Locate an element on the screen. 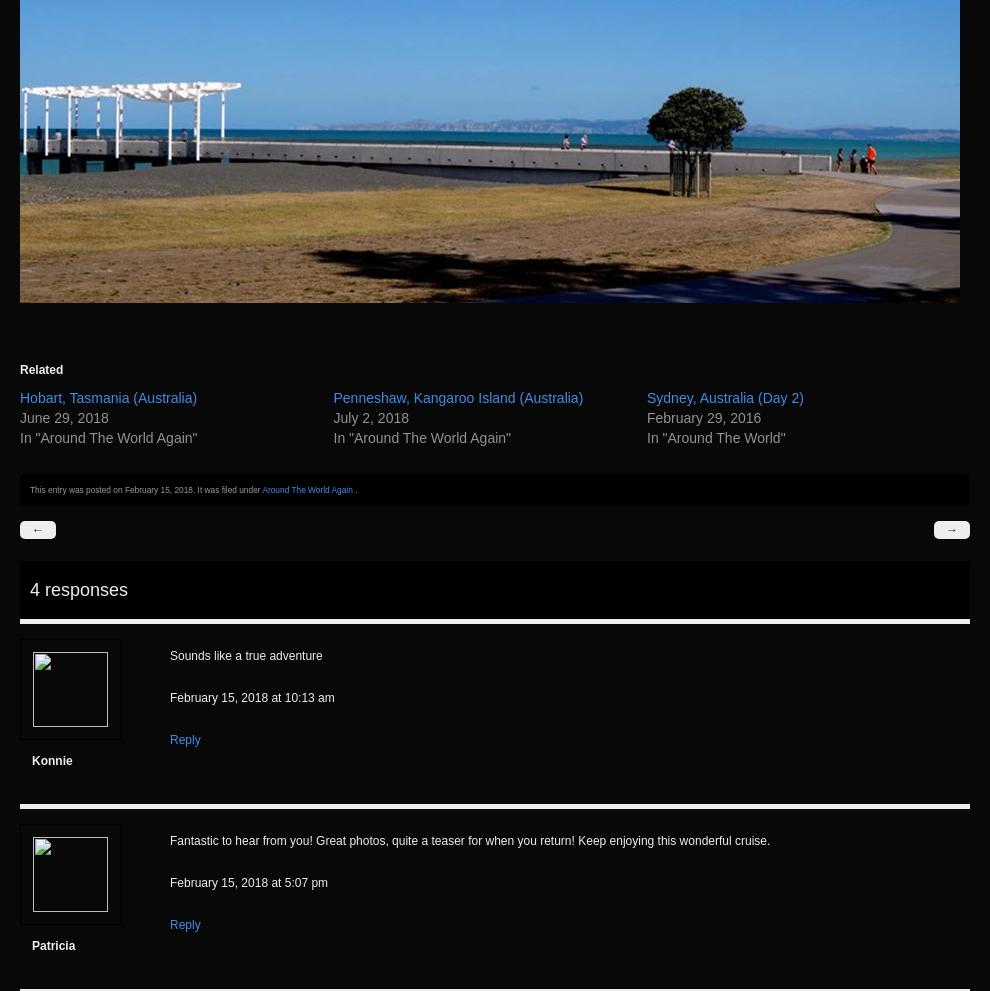 Image resolution: width=990 pixels, height=991 pixels. 'Related' is located at coordinates (40, 369).